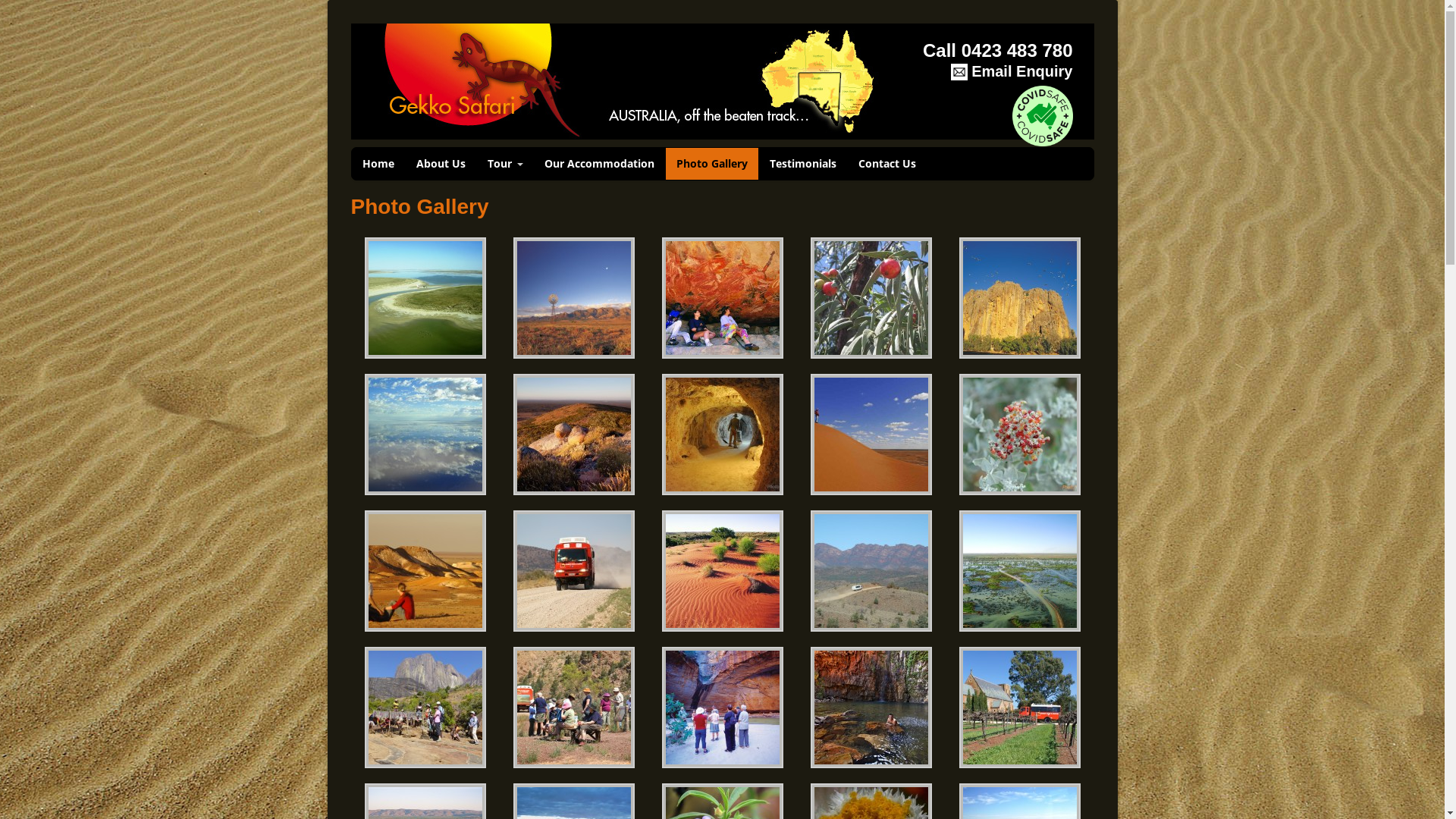  What do you see at coordinates (711, 164) in the screenshot?
I see `'Photo Gallery'` at bounding box center [711, 164].